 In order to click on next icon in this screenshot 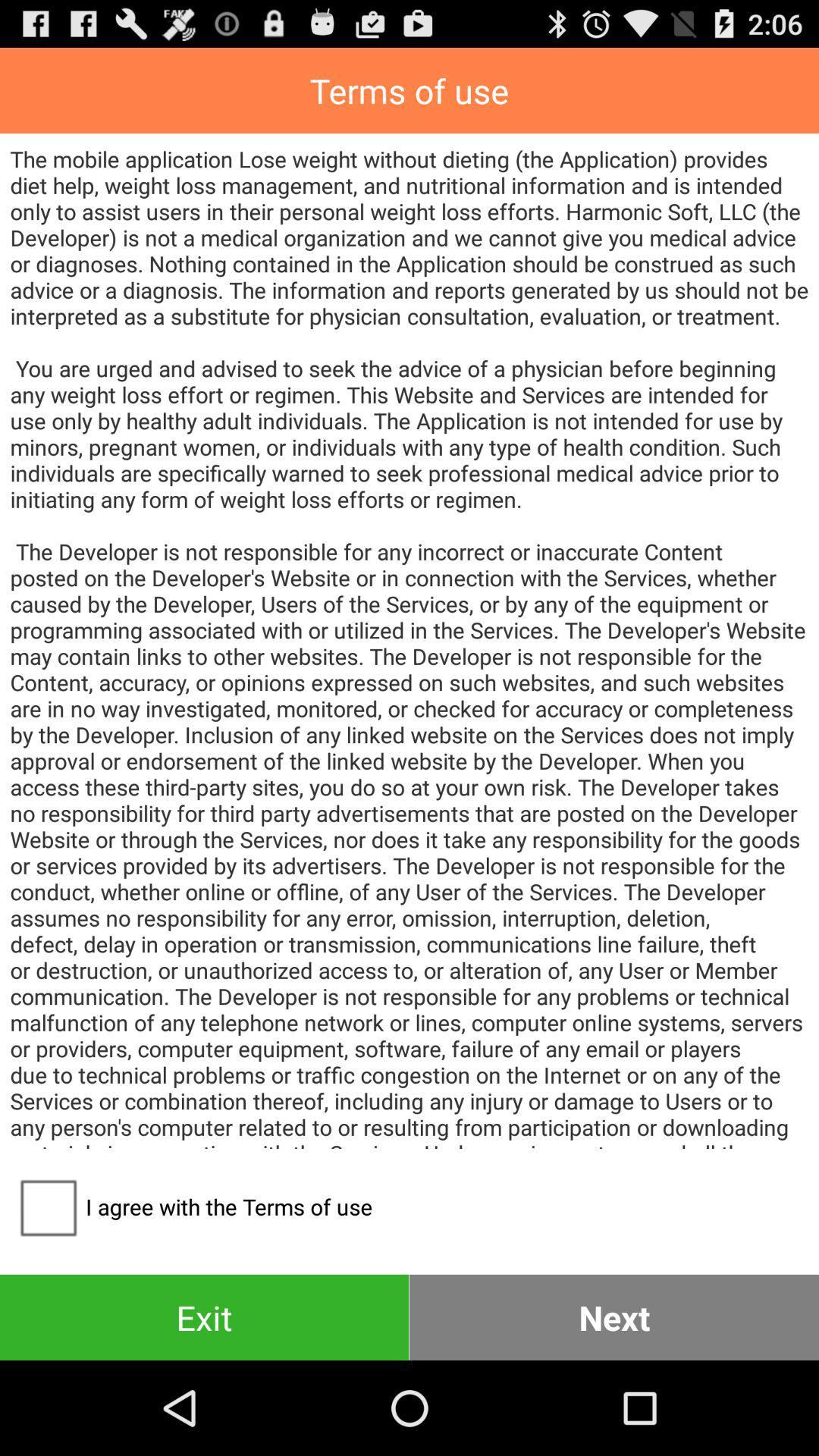, I will do `click(614, 1316)`.